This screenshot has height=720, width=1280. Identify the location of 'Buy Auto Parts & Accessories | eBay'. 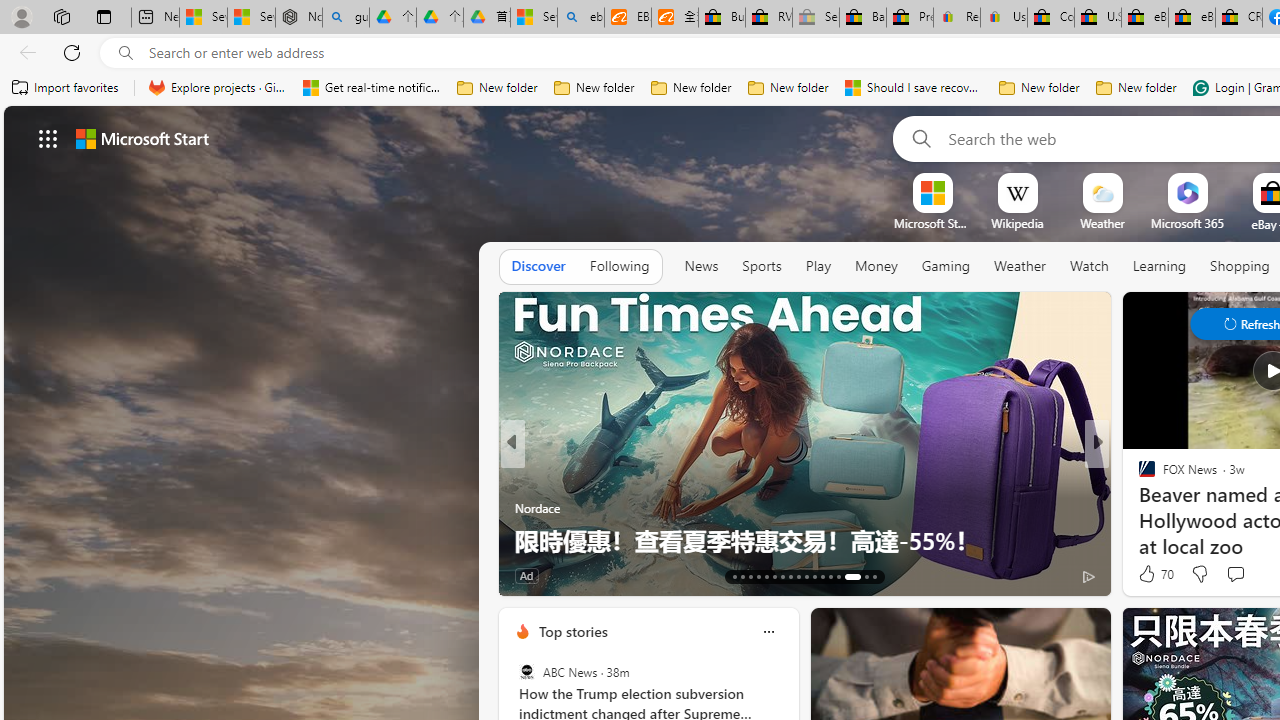
(720, 17).